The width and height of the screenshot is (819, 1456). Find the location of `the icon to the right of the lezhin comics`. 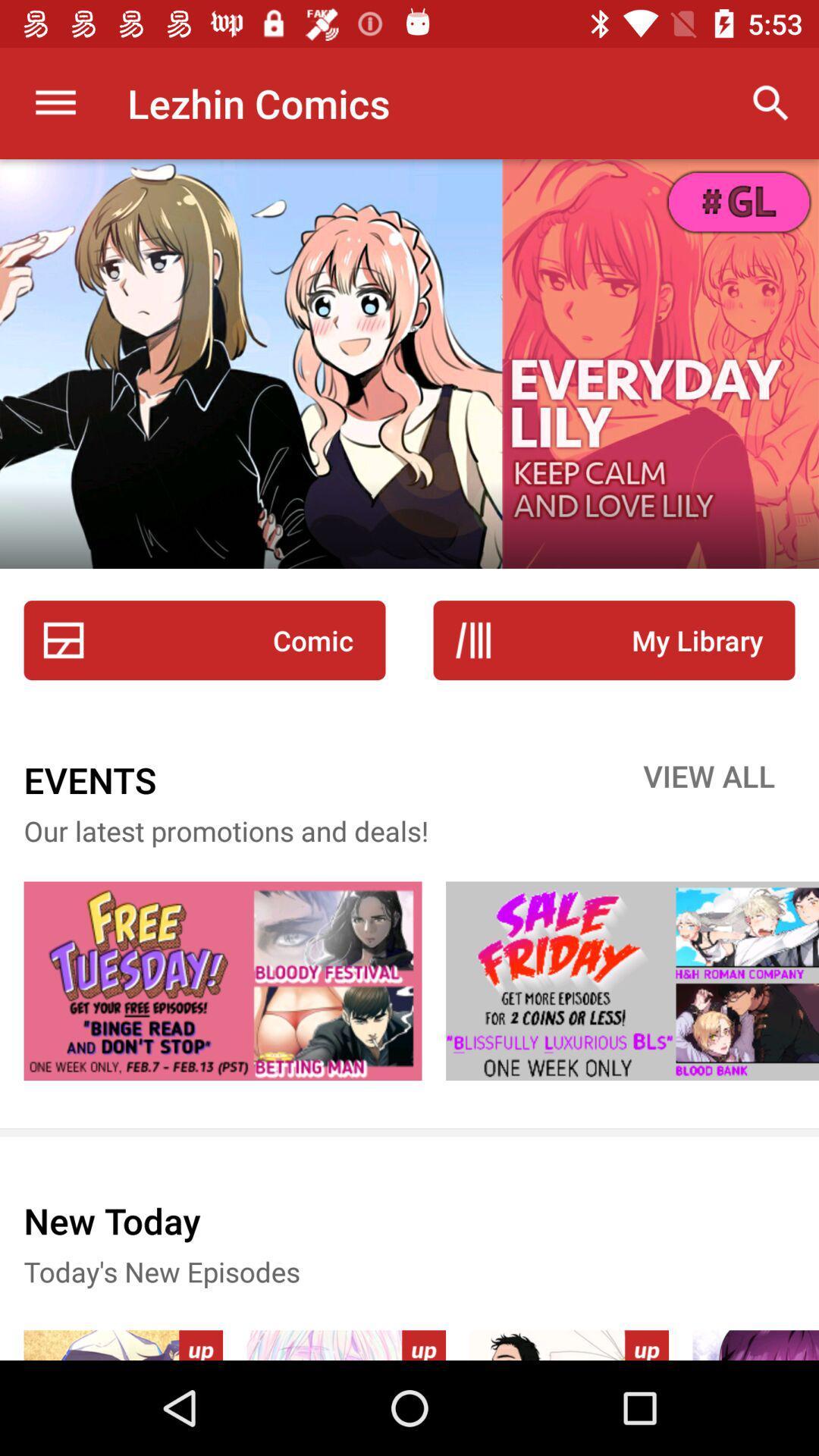

the icon to the right of the lezhin comics is located at coordinates (771, 102).